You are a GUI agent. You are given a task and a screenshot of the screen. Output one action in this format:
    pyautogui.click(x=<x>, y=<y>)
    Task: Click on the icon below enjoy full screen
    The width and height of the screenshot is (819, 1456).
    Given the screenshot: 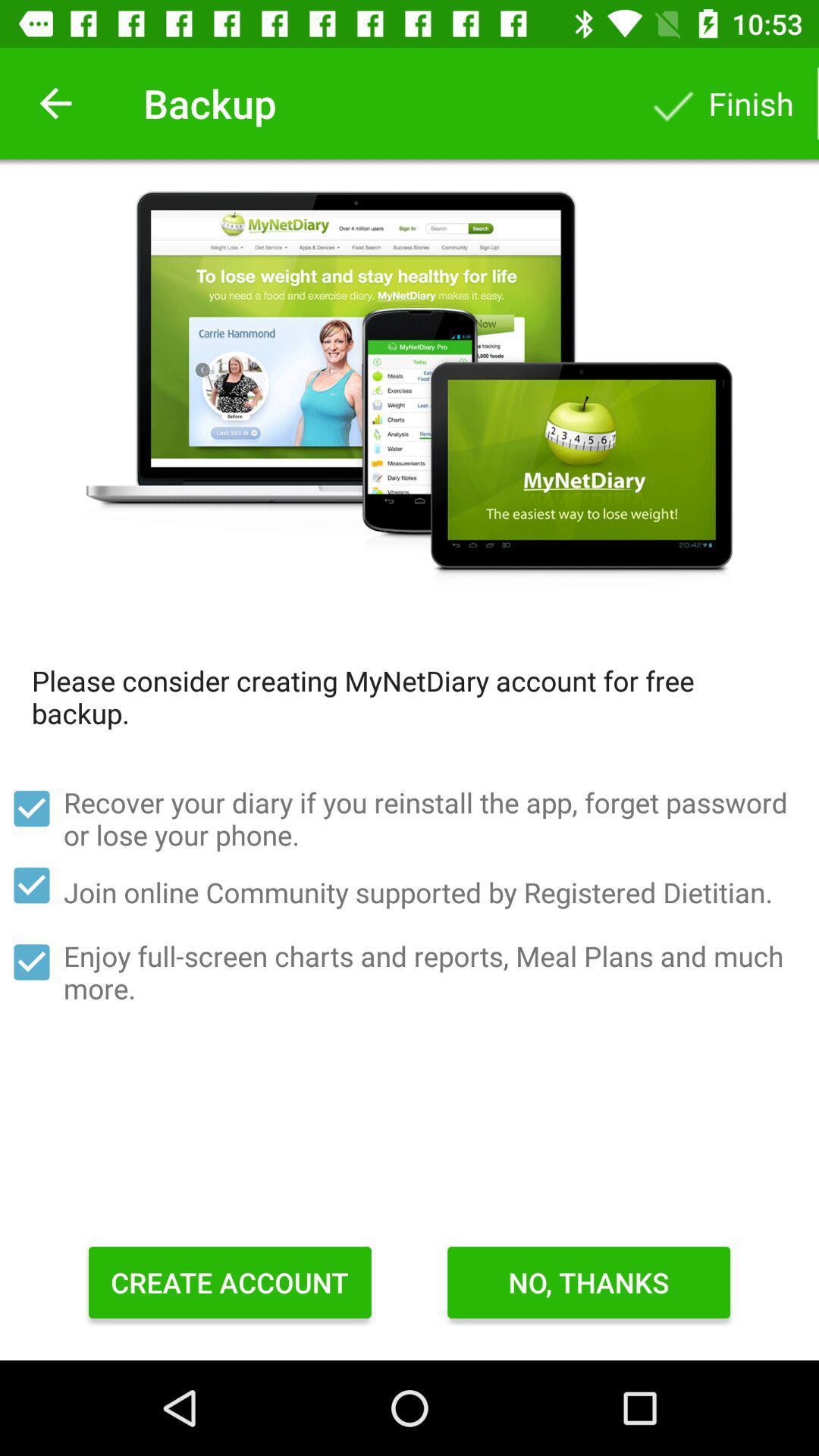 What is the action you would take?
    pyautogui.click(x=230, y=1282)
    